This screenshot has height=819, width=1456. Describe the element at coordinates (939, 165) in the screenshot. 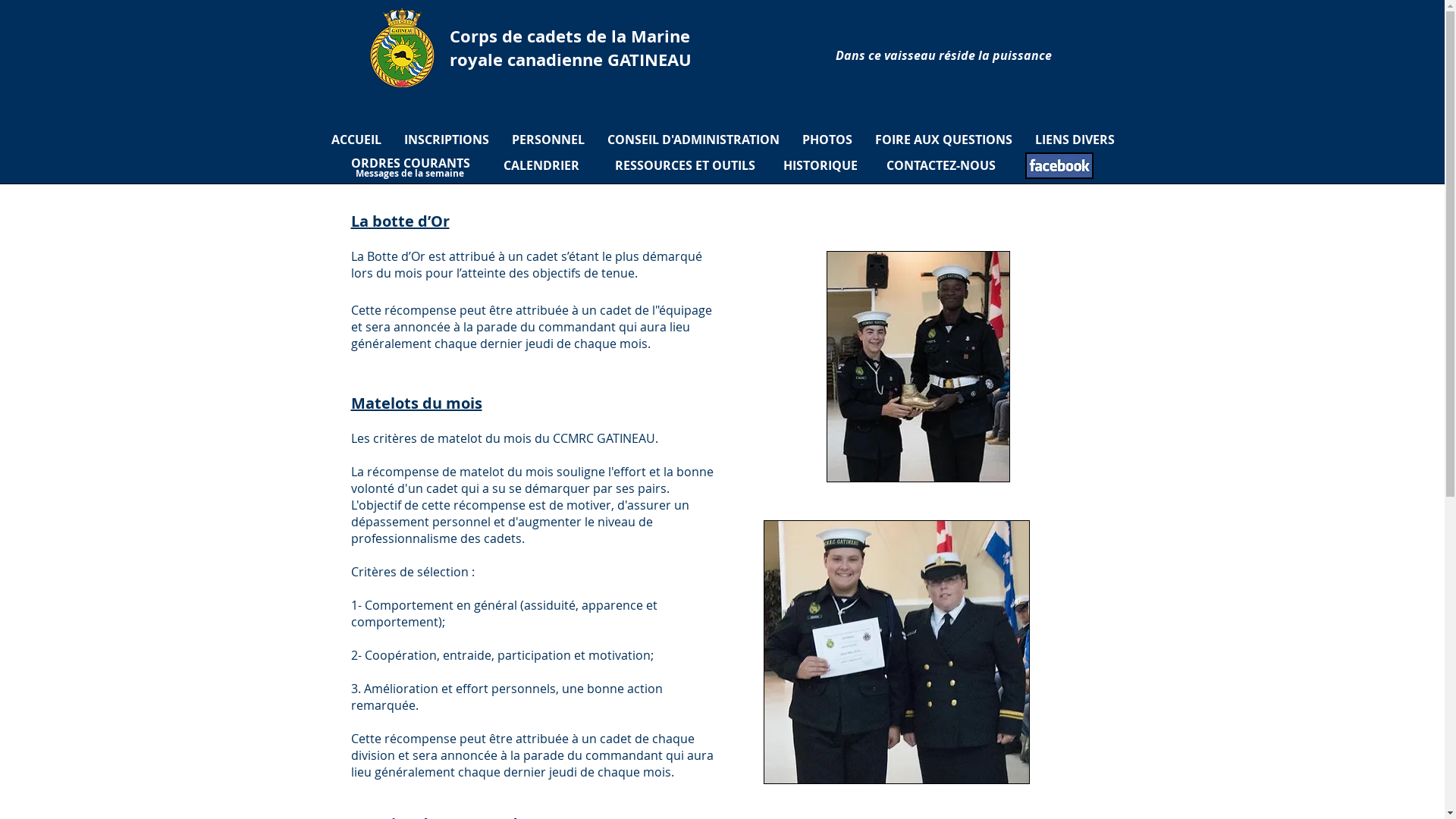

I see `'CONTACTEZ-NOUS'` at that location.